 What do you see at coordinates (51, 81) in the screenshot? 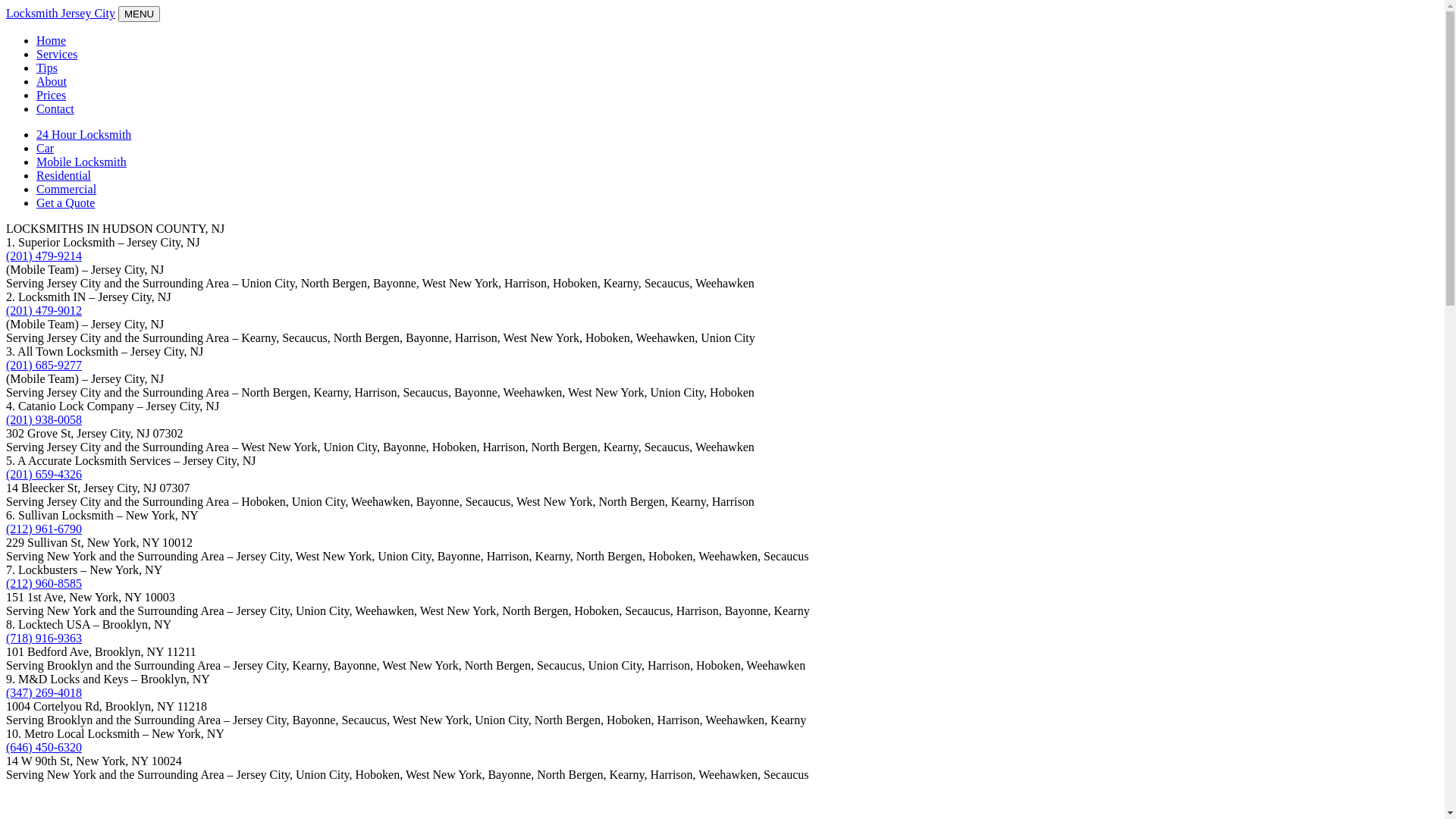
I see `'About'` at bounding box center [51, 81].